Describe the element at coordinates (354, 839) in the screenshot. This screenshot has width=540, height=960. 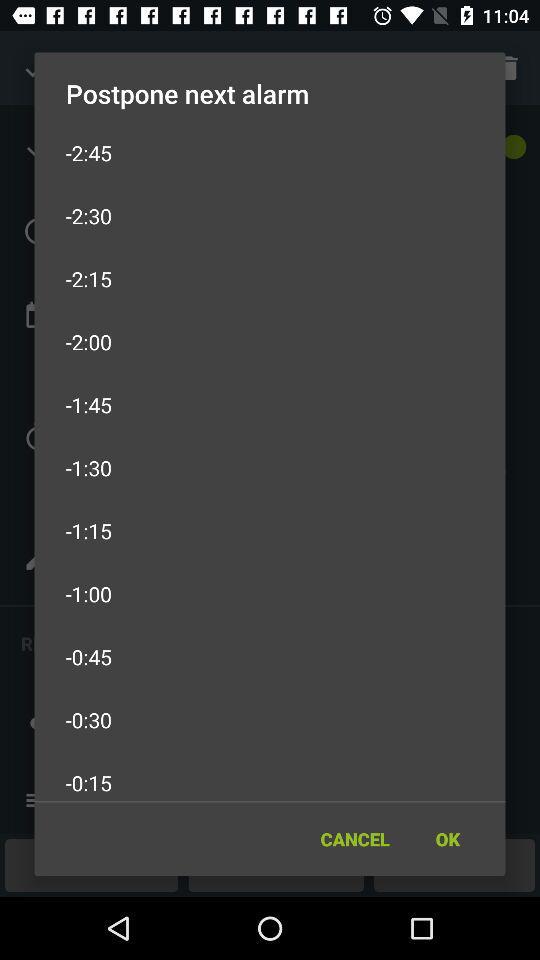
I see `the item next to the ok item` at that location.